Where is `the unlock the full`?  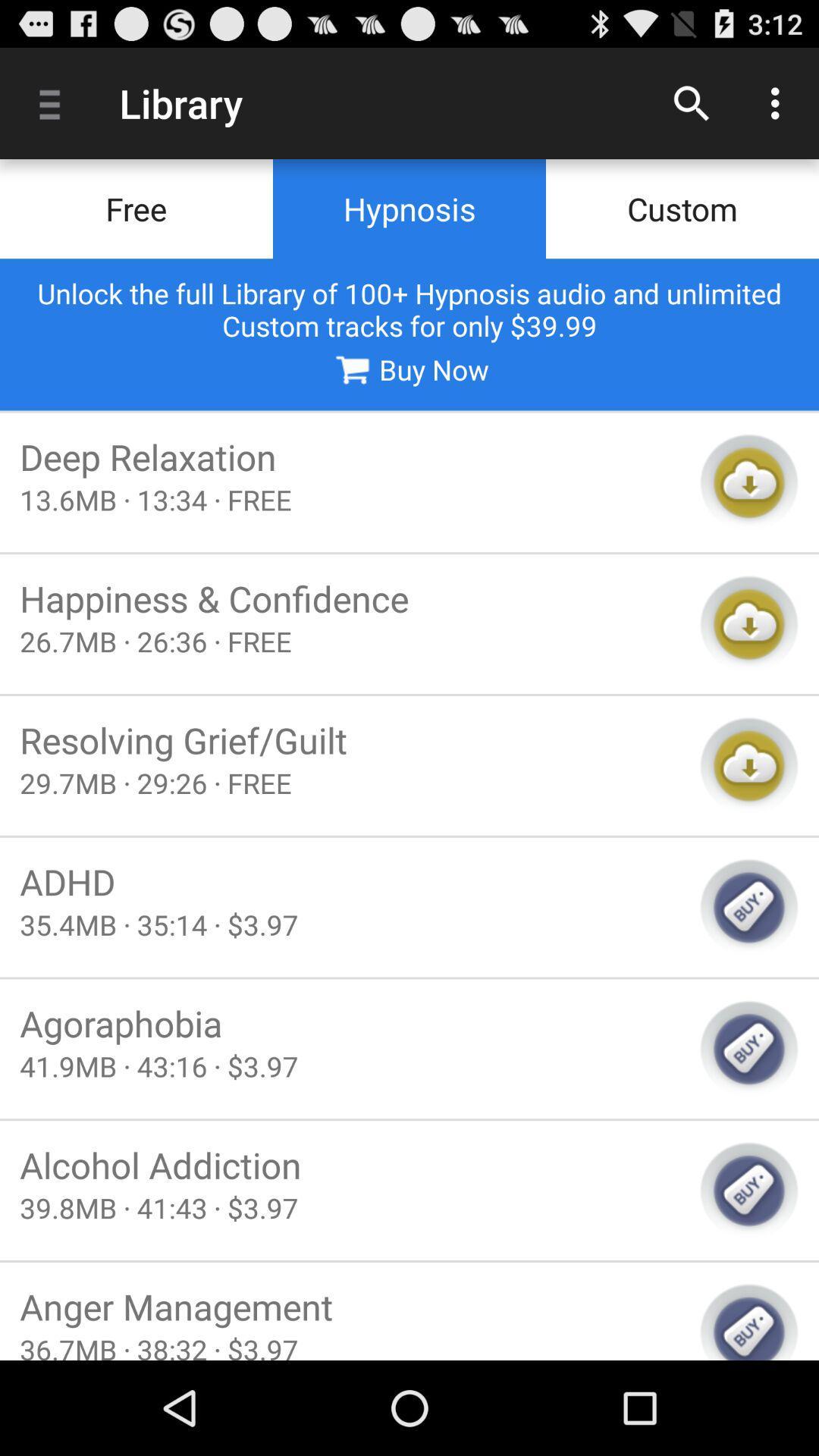
the unlock the full is located at coordinates (409, 309).